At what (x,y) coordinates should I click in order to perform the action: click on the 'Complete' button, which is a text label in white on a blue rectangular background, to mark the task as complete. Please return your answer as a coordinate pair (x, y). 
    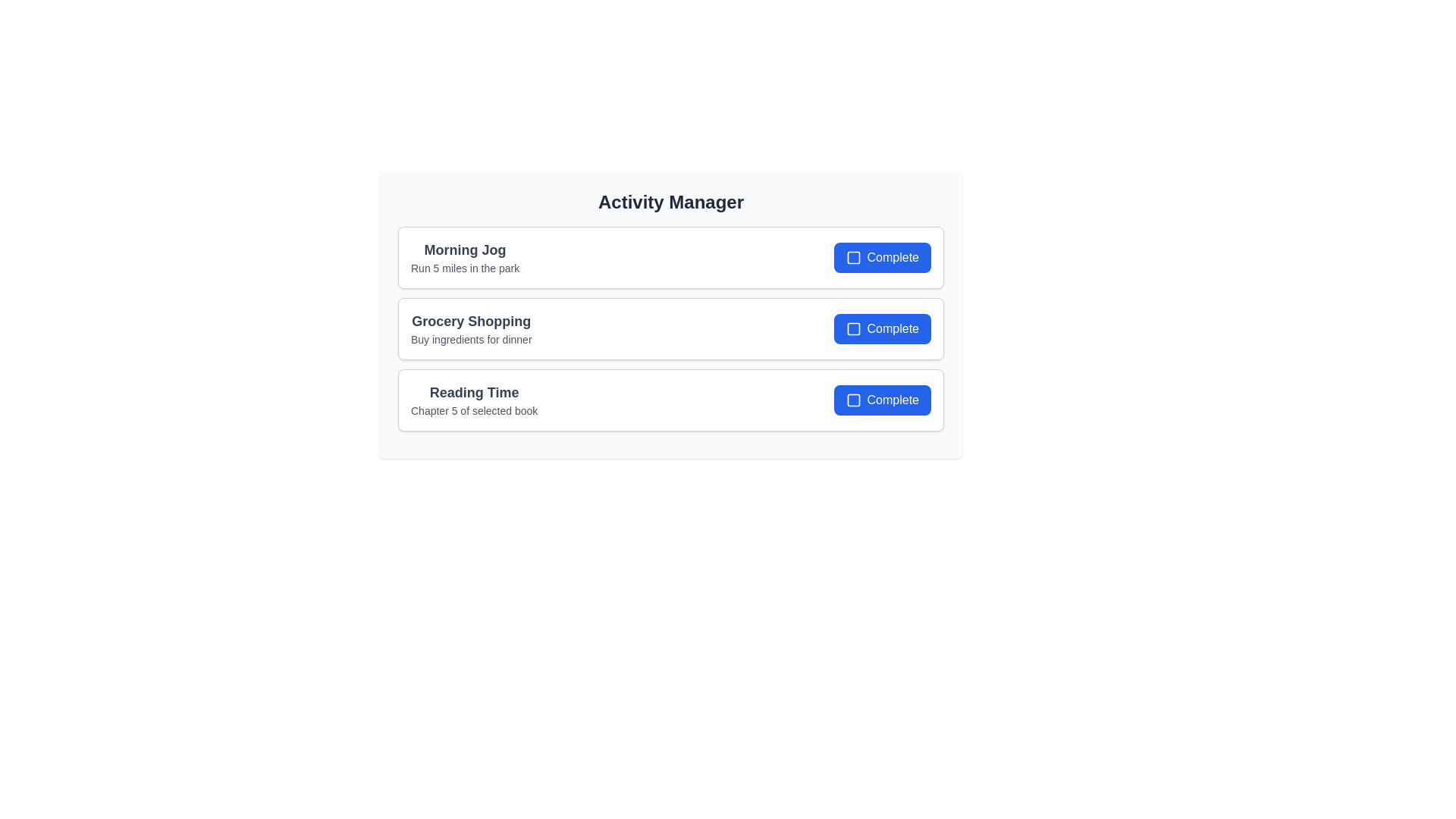
    Looking at the image, I should click on (893, 328).